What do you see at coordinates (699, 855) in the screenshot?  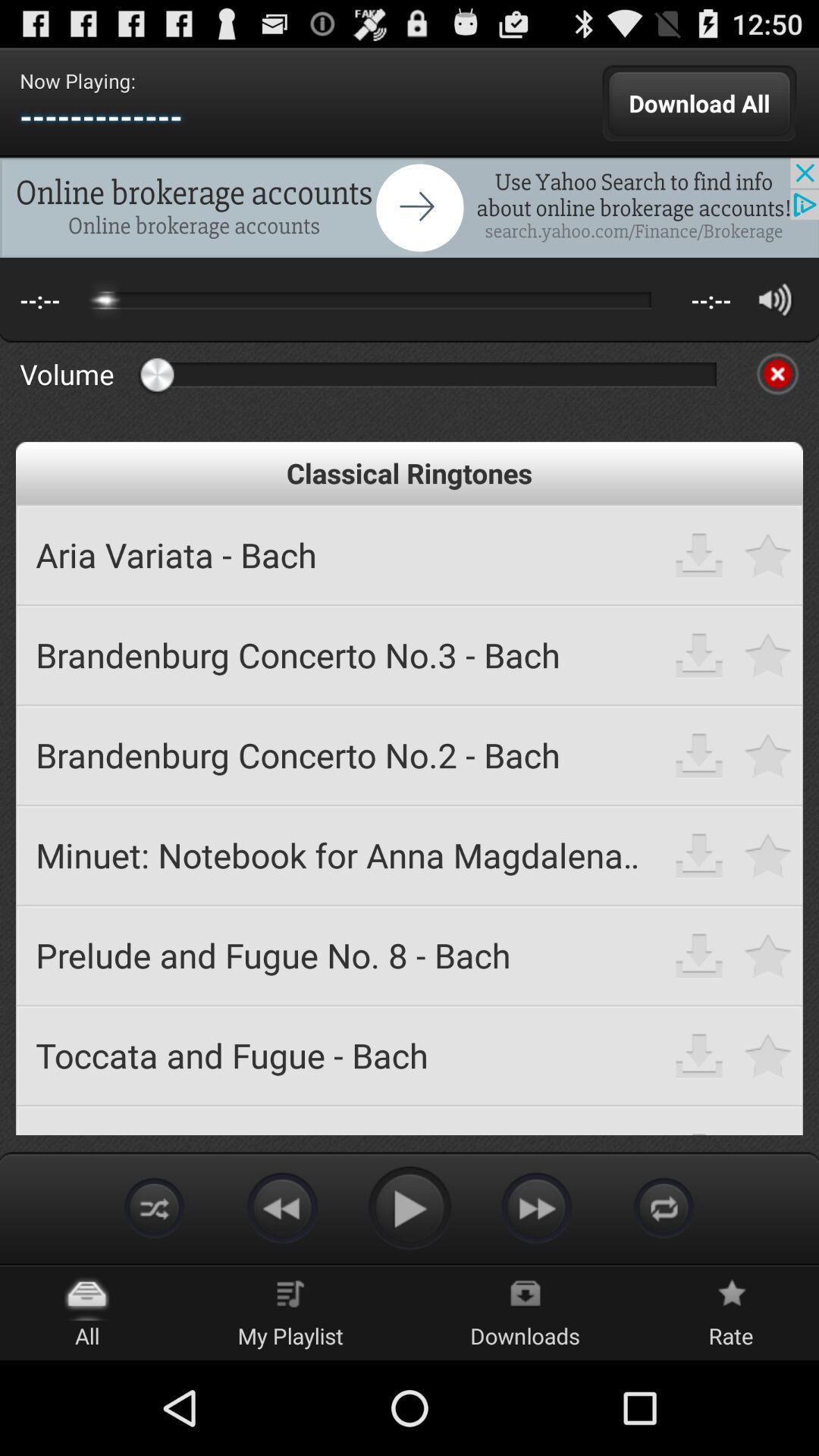 I see `download` at bounding box center [699, 855].